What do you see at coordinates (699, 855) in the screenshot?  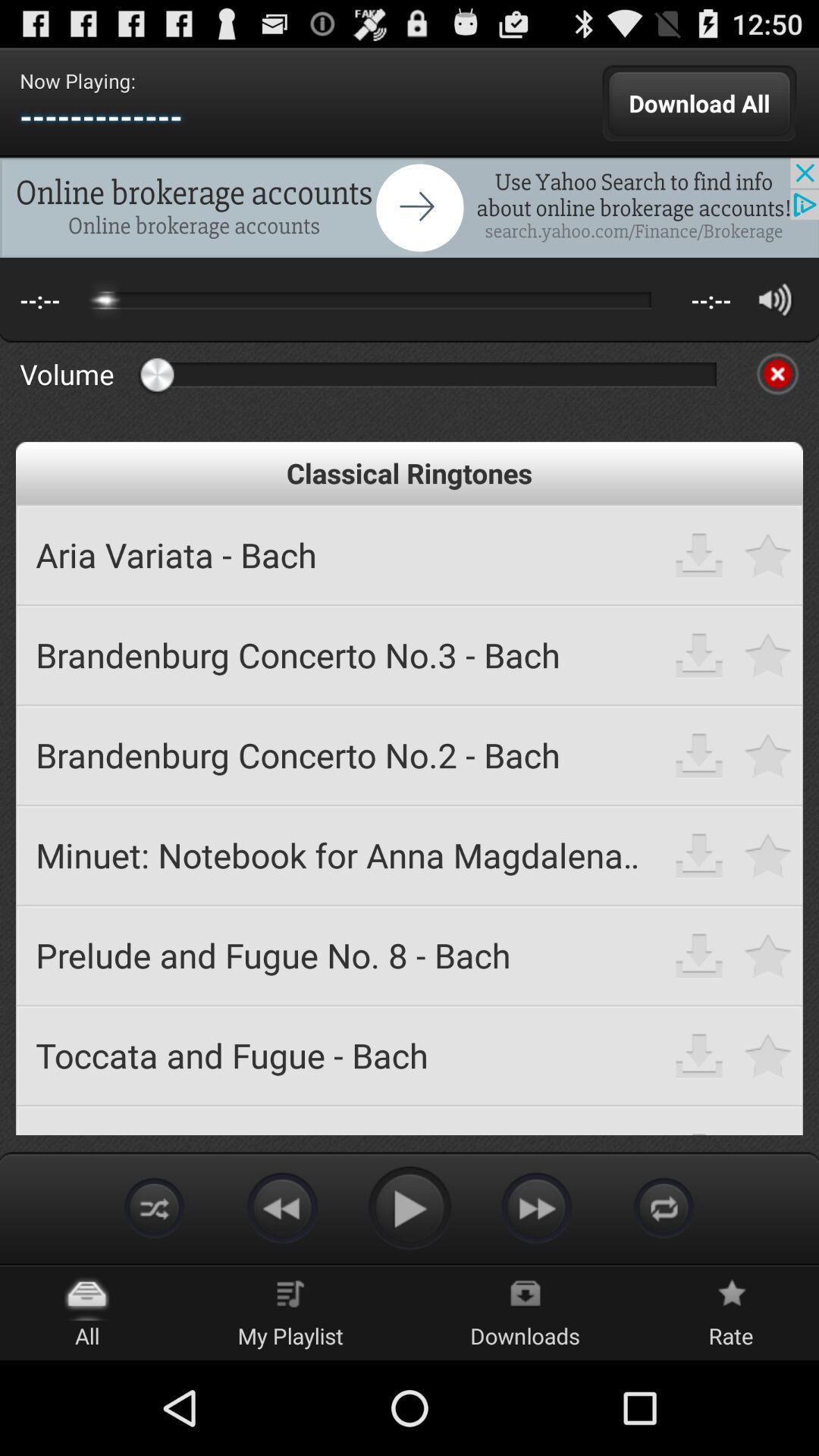 I see `download` at bounding box center [699, 855].